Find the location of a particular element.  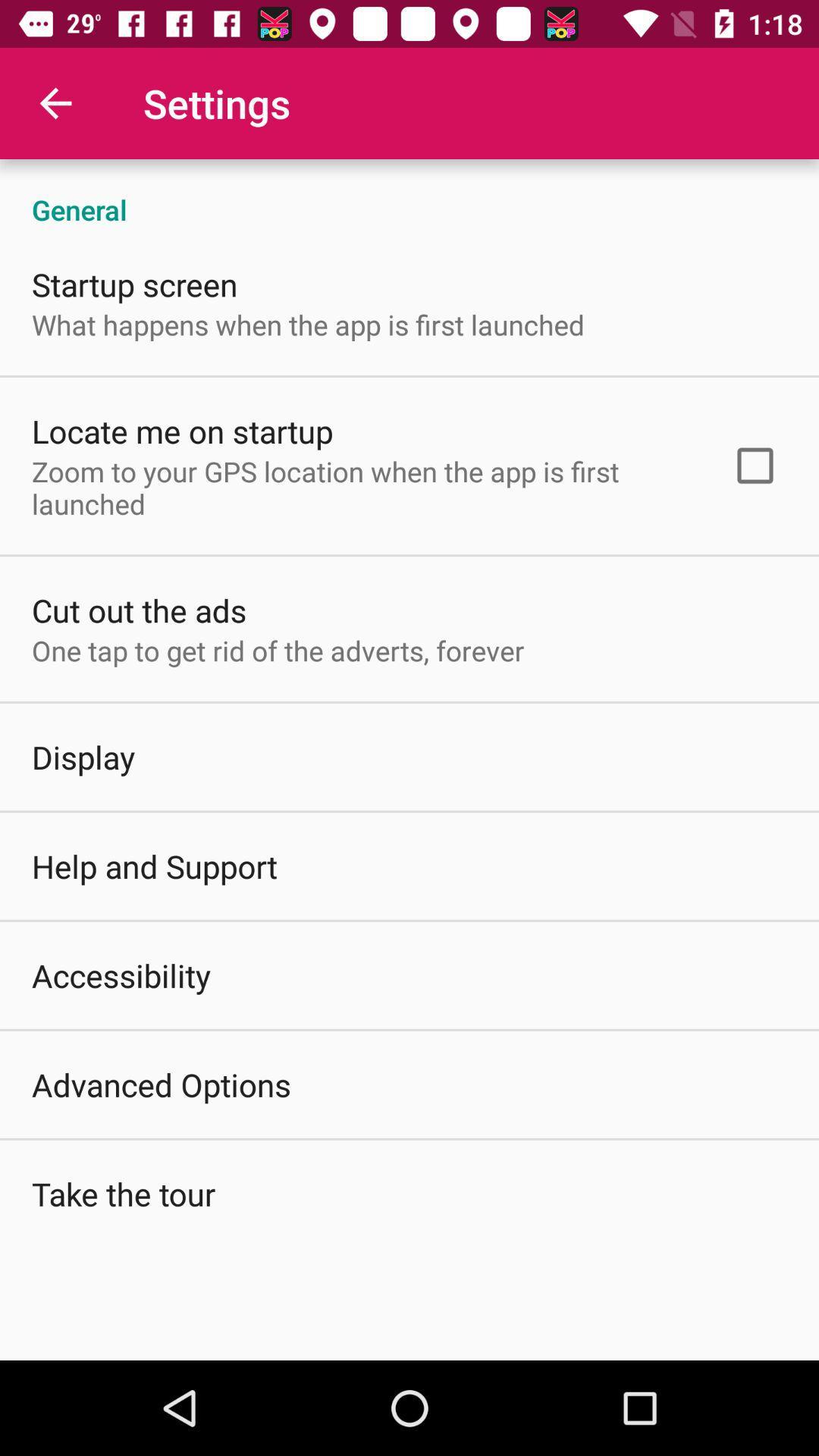

the zoom to your is located at coordinates (362, 488).